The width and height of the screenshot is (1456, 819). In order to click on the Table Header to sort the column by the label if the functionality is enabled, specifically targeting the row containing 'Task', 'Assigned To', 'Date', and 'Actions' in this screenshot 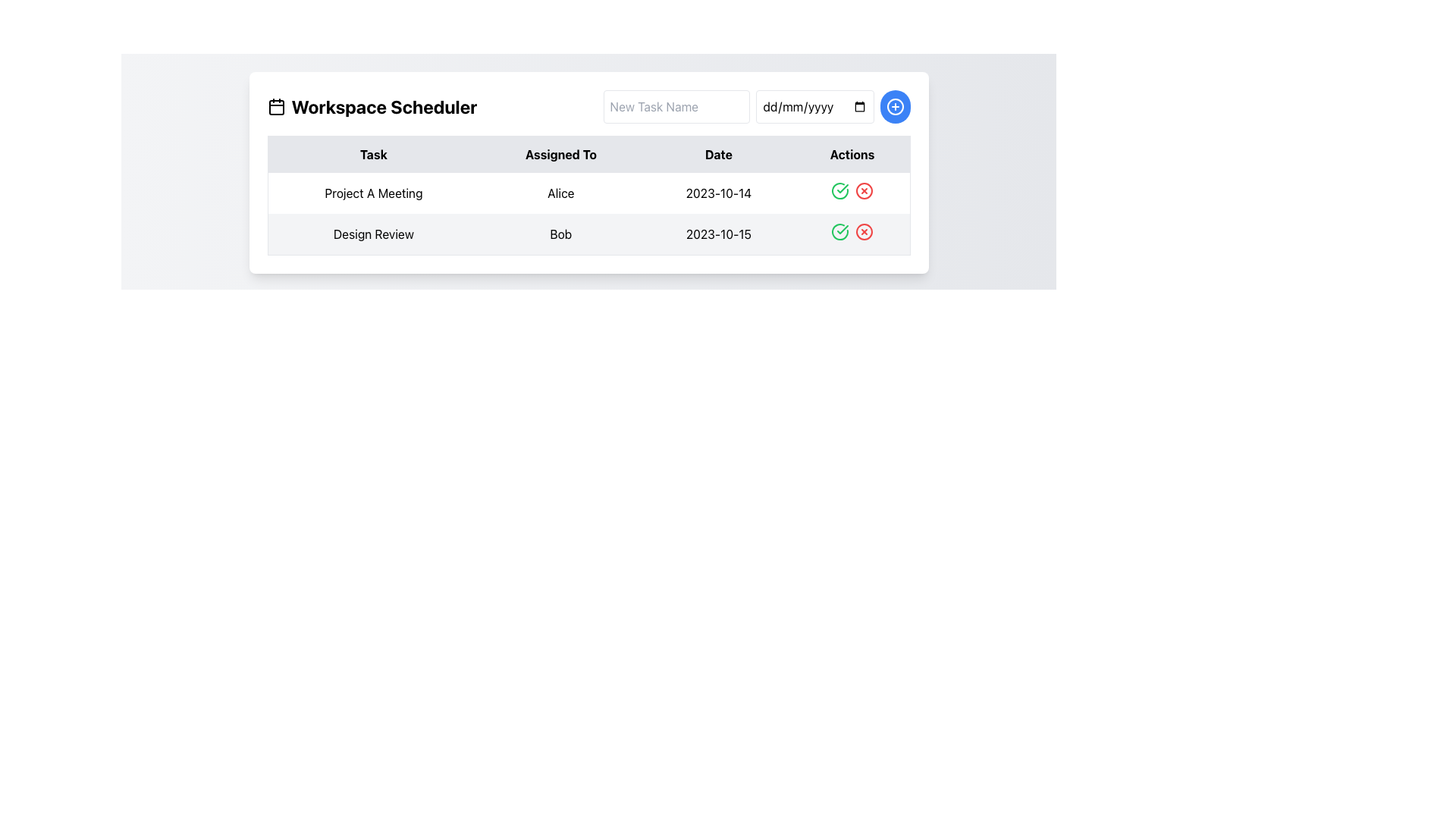, I will do `click(588, 154)`.